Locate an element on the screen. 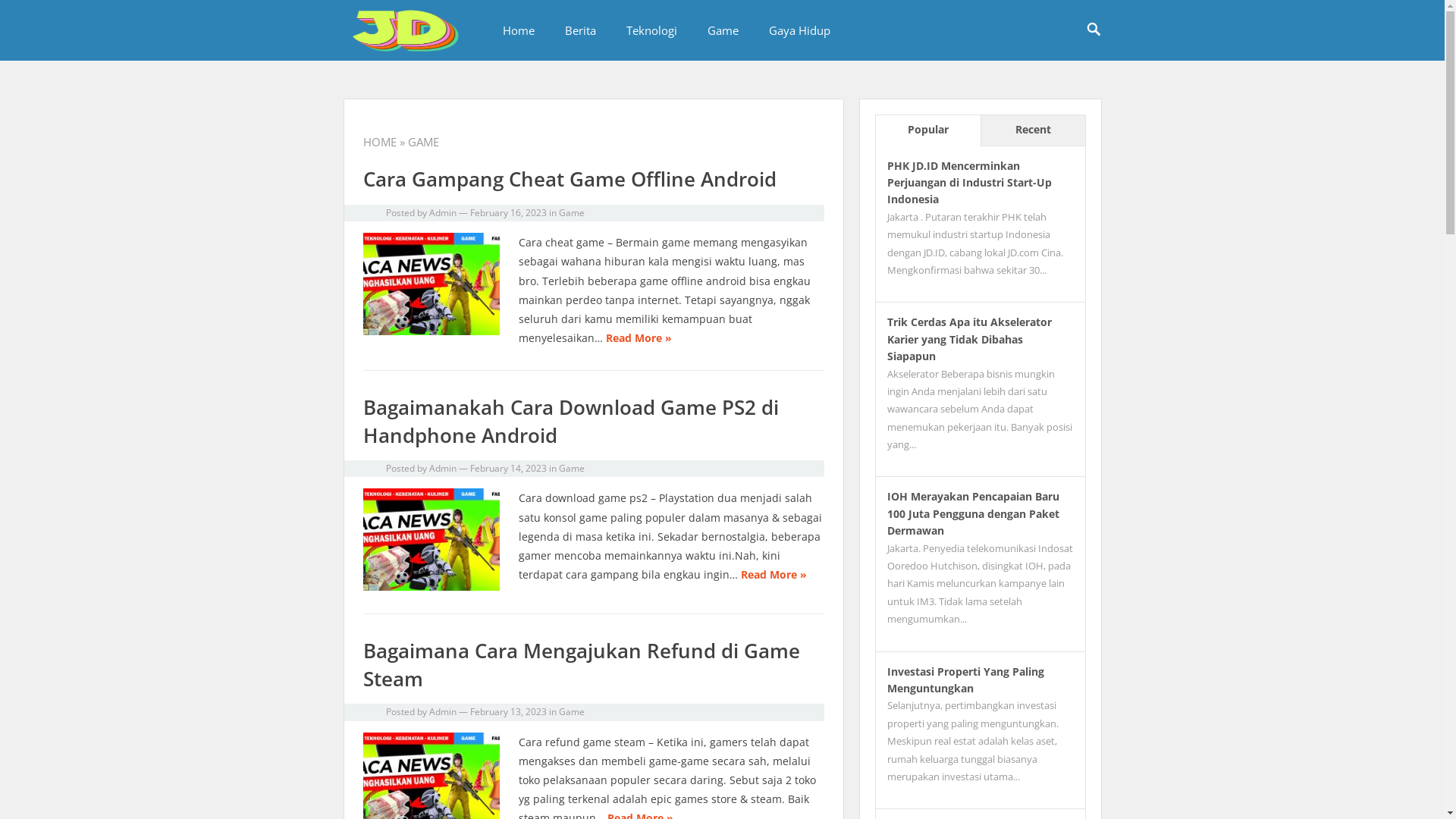  'HOME' is located at coordinates (378, 141).